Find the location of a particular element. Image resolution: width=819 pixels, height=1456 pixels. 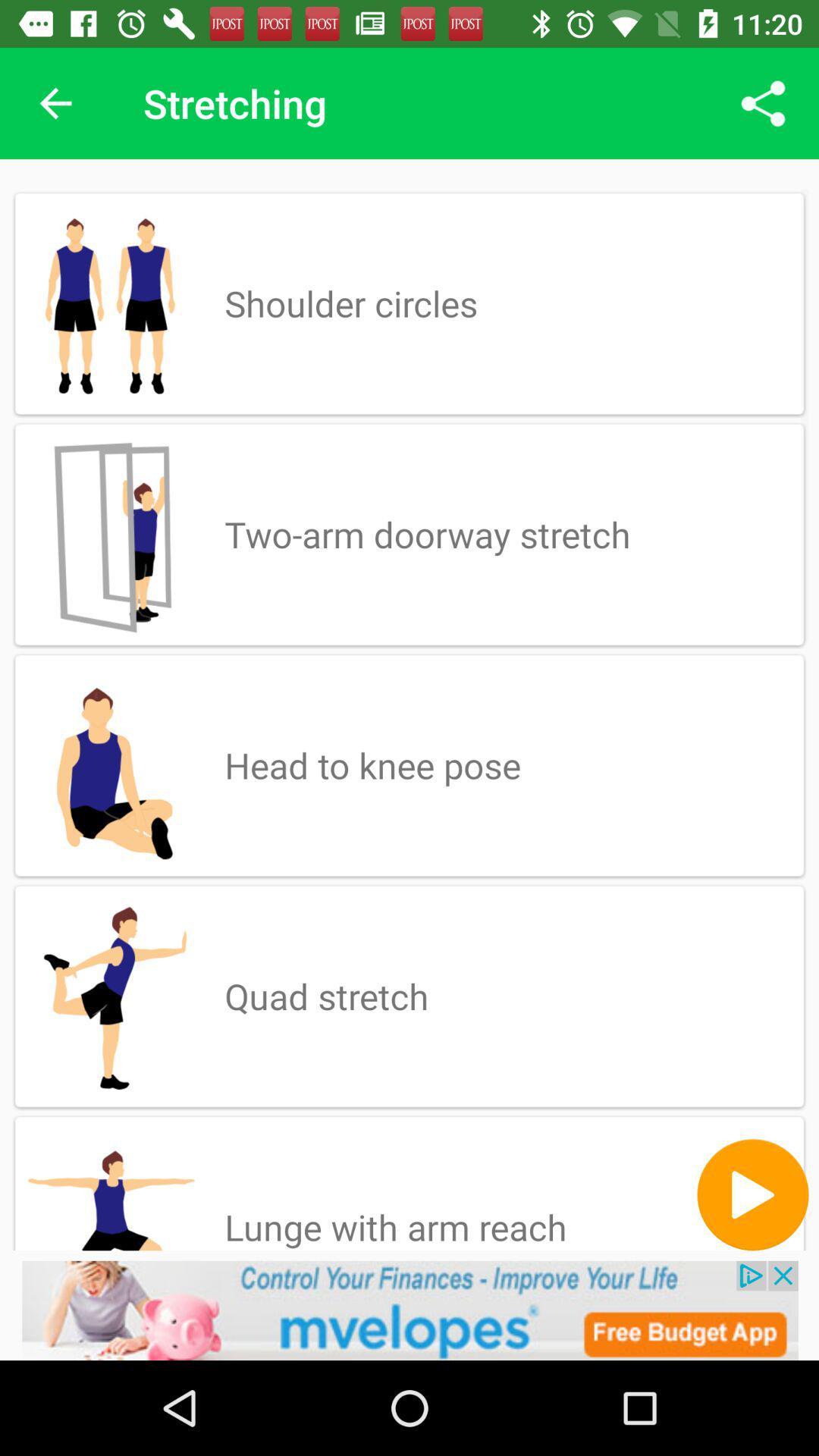

play is located at coordinates (752, 1194).